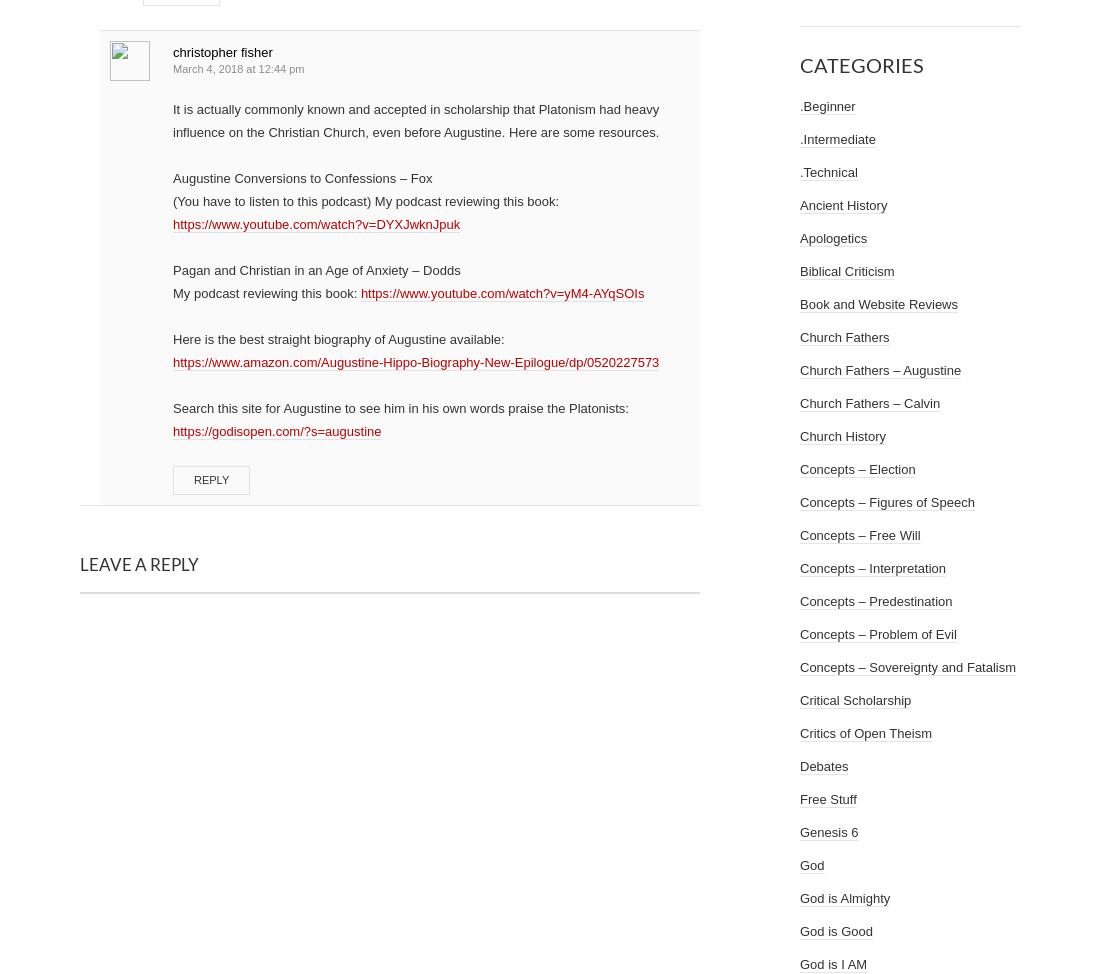 The height and width of the screenshot is (974, 1100). I want to click on 'https://www.youtube.com/watch?v=DYXJwknJpuk', so click(315, 223).